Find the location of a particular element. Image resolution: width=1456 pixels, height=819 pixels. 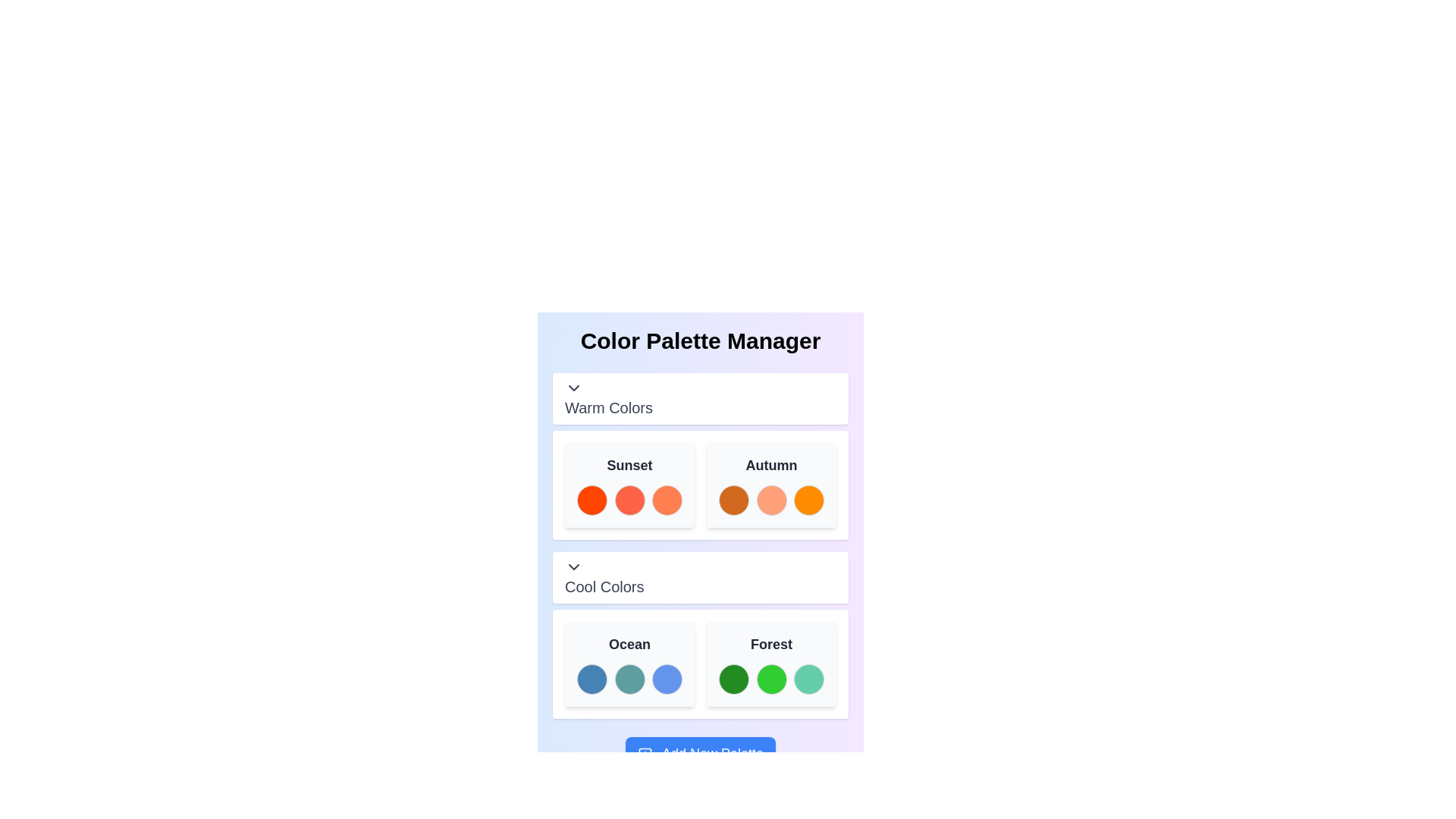

label indicating the specific color palette labeled 'Forest', located in the 'Cool Colors' section below the 'Color Palette Manager' title is located at coordinates (771, 644).